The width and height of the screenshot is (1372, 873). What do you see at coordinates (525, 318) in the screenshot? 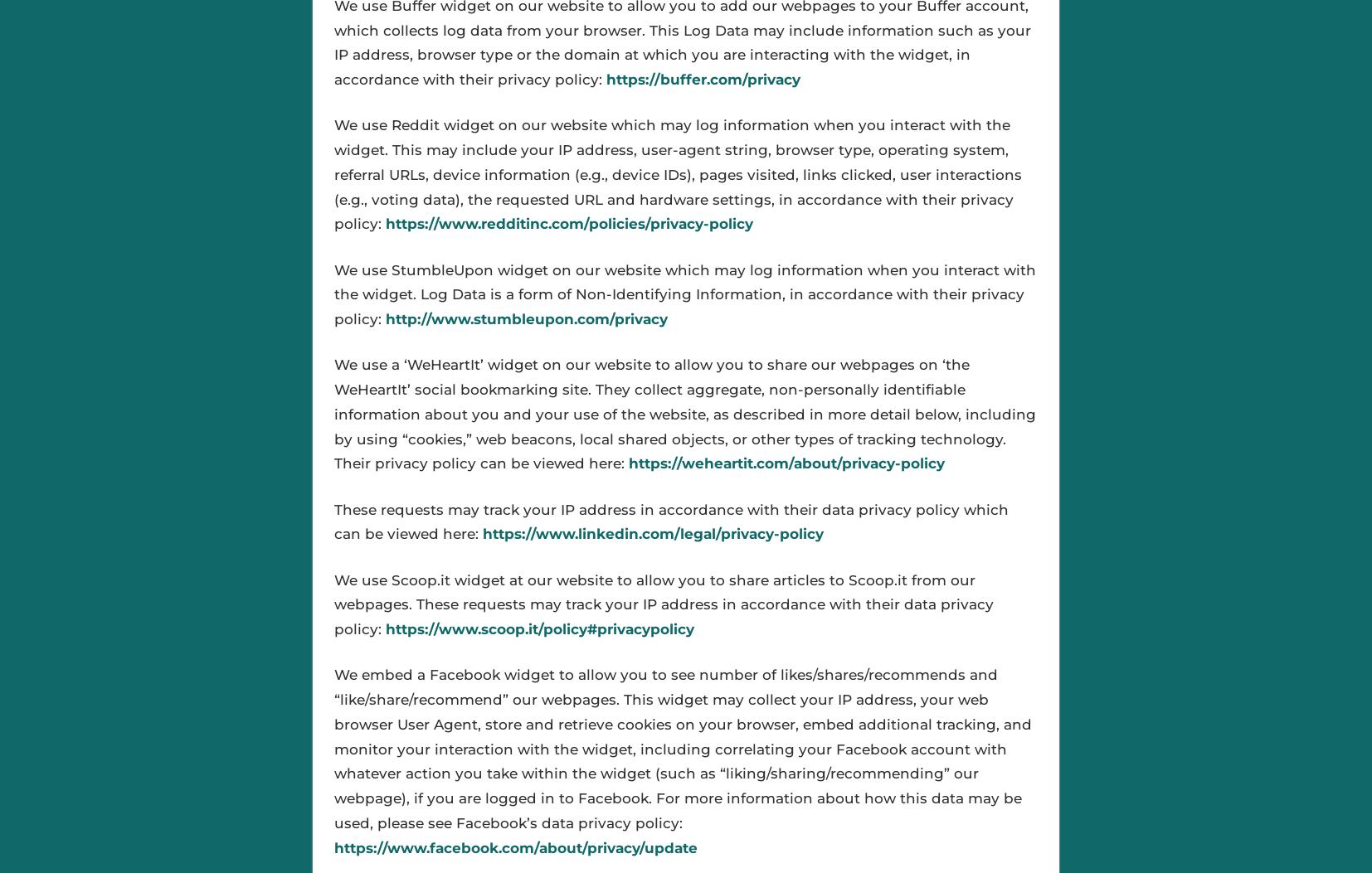
I see `'http://www.stumbleupon.com/privacy'` at bounding box center [525, 318].